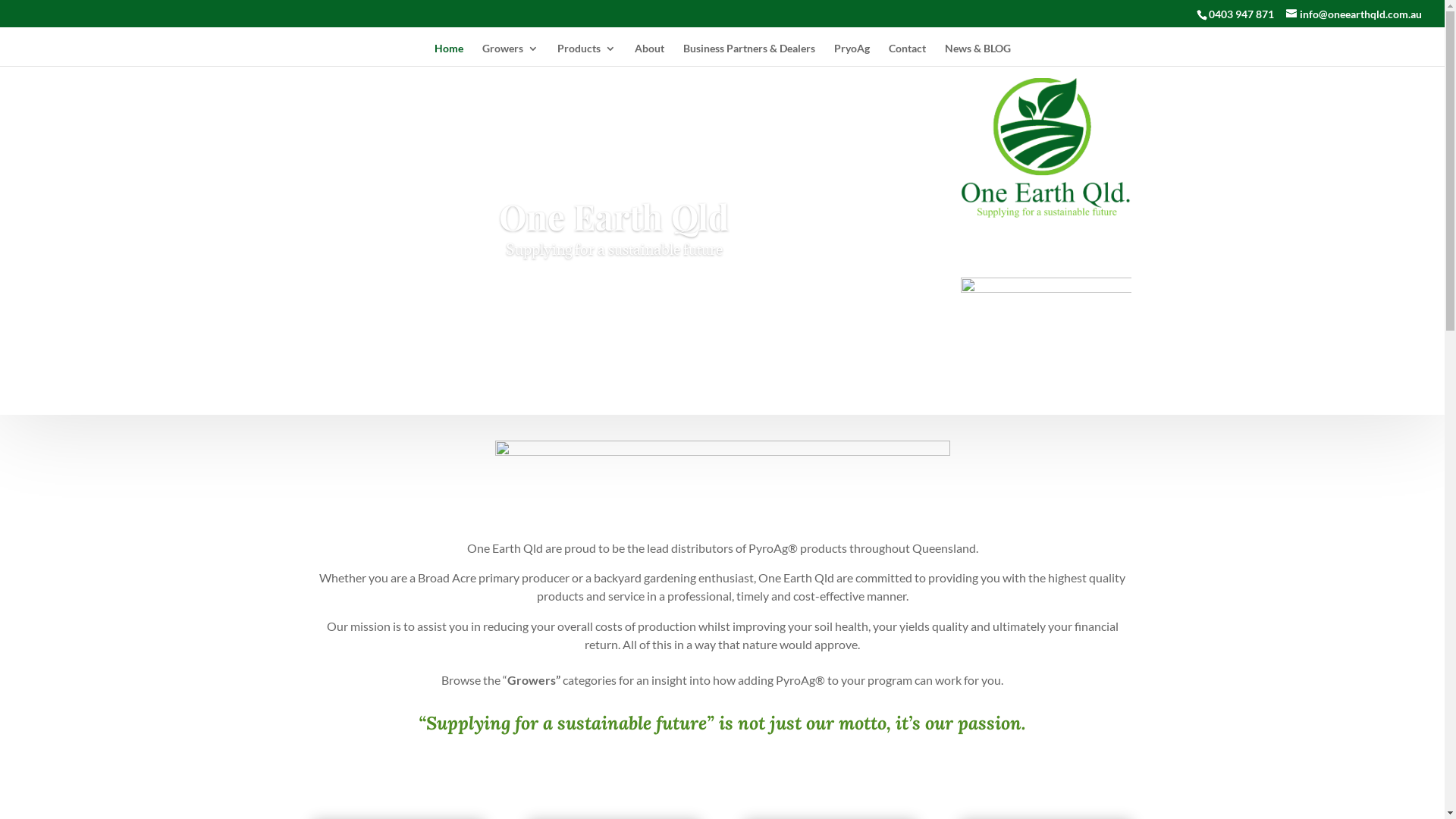 This screenshot has height=819, width=1456. What do you see at coordinates (1354, 14) in the screenshot?
I see `'info@oneearthqld.com.au'` at bounding box center [1354, 14].